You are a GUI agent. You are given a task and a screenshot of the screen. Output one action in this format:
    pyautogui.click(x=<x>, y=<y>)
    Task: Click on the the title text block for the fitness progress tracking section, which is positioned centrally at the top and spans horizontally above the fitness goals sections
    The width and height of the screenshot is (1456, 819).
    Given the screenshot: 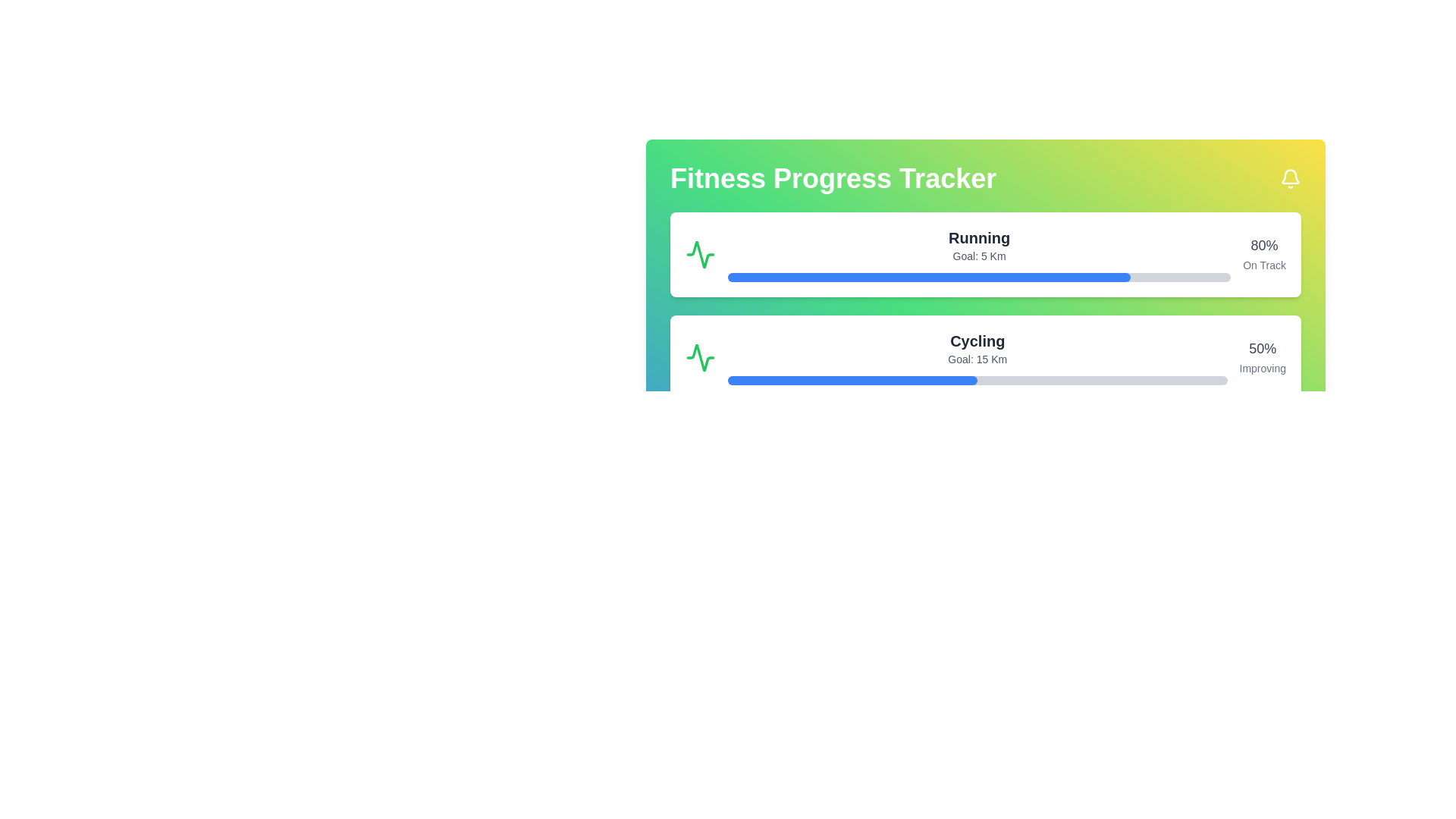 What is the action you would take?
    pyautogui.click(x=986, y=177)
    